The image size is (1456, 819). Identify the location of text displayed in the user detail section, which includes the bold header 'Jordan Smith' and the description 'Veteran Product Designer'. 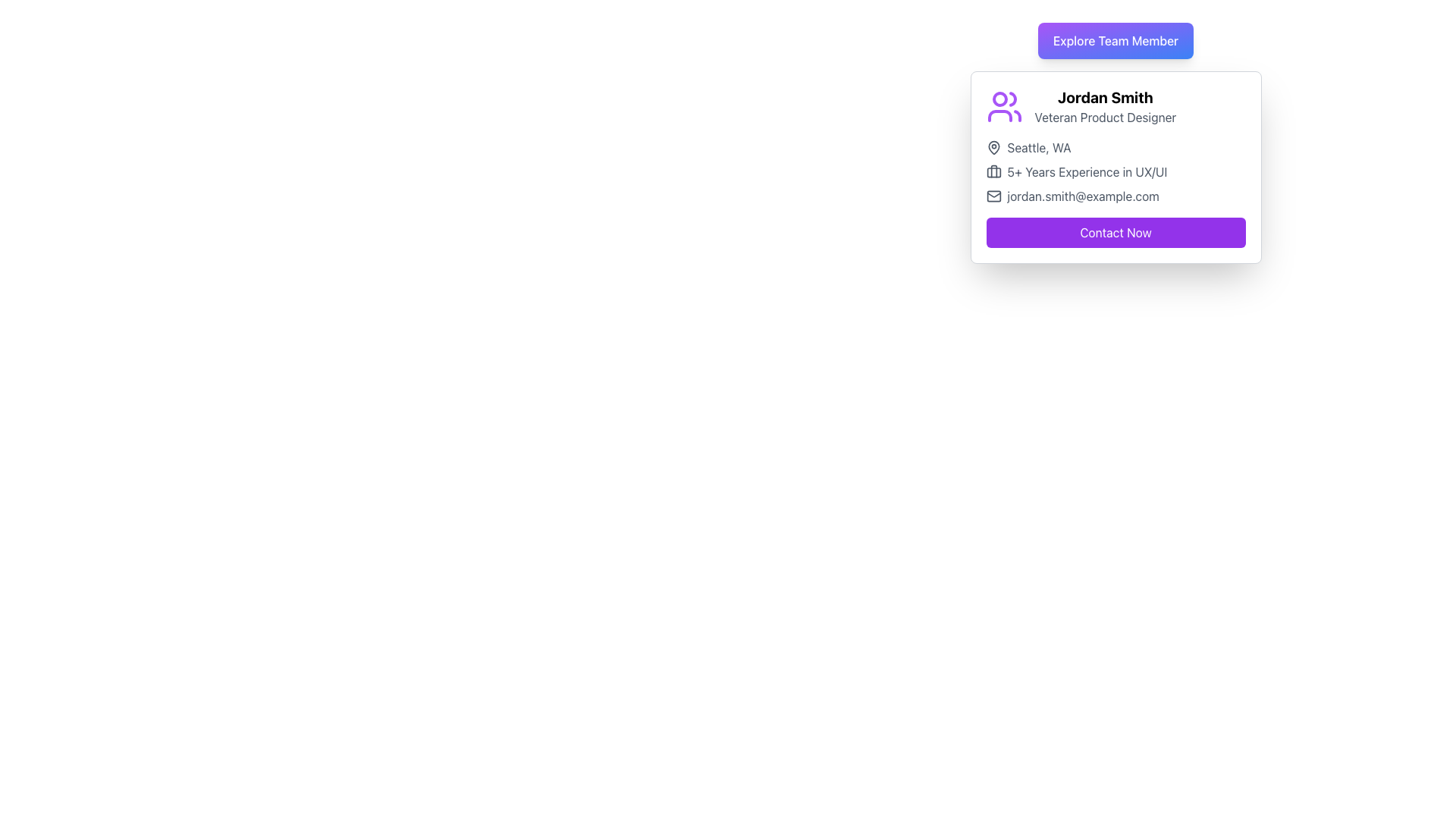
(1105, 106).